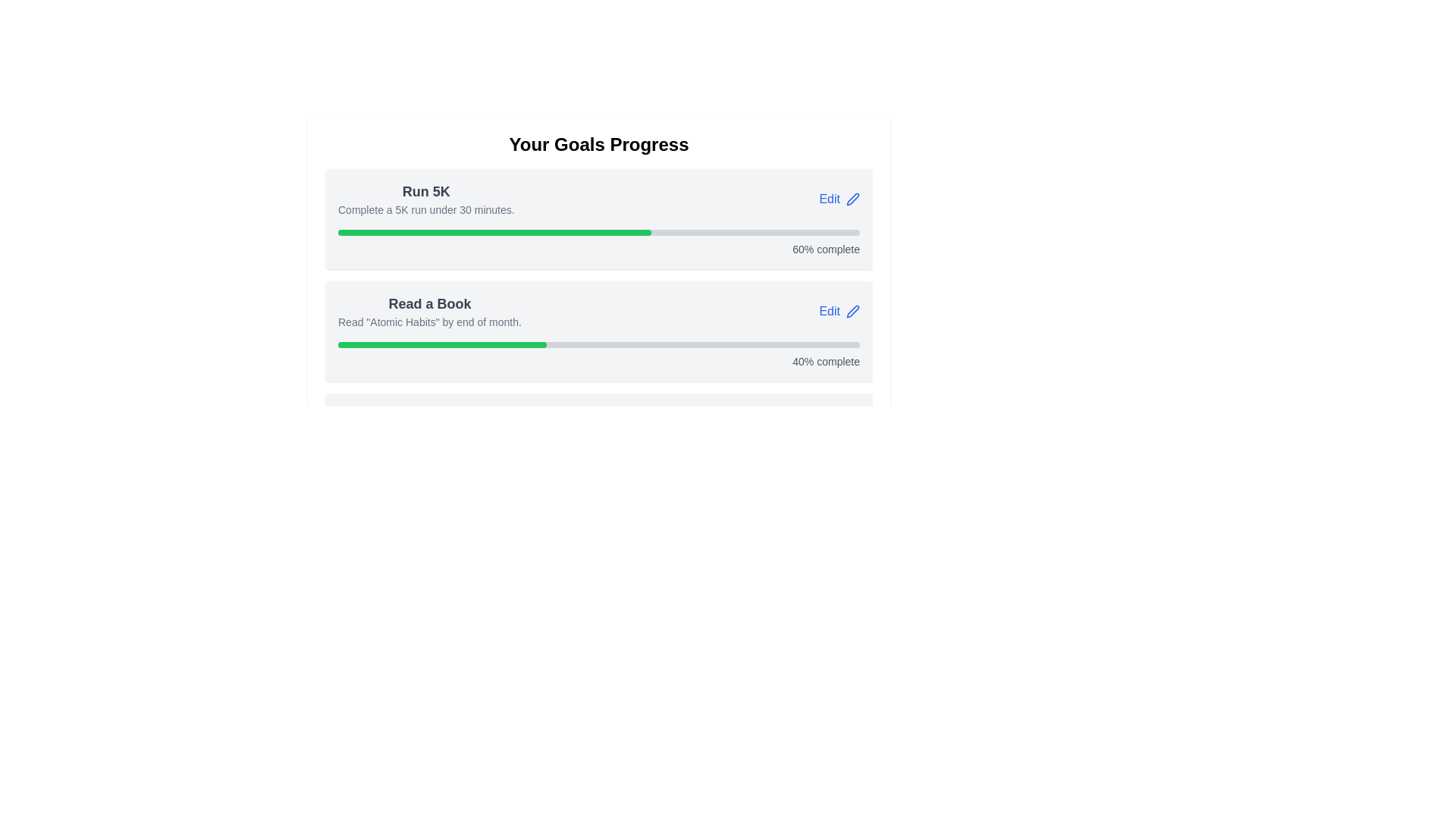 This screenshot has width=1456, height=819. Describe the element at coordinates (839, 198) in the screenshot. I see `the edit button for the 'Run 5K' goal located in the top-right corner of the goal card` at that location.